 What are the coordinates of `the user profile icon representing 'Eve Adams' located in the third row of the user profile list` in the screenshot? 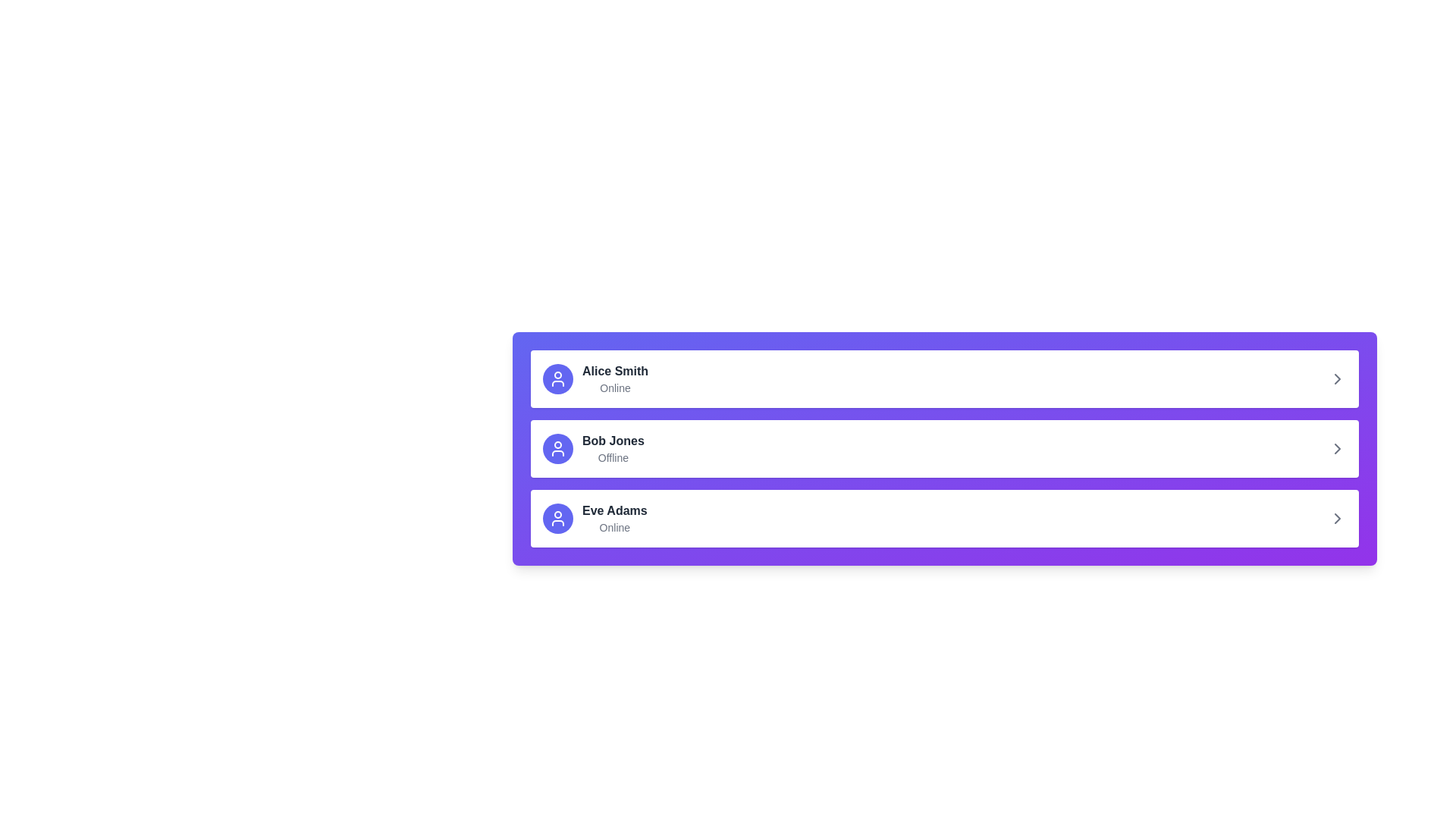 It's located at (557, 517).